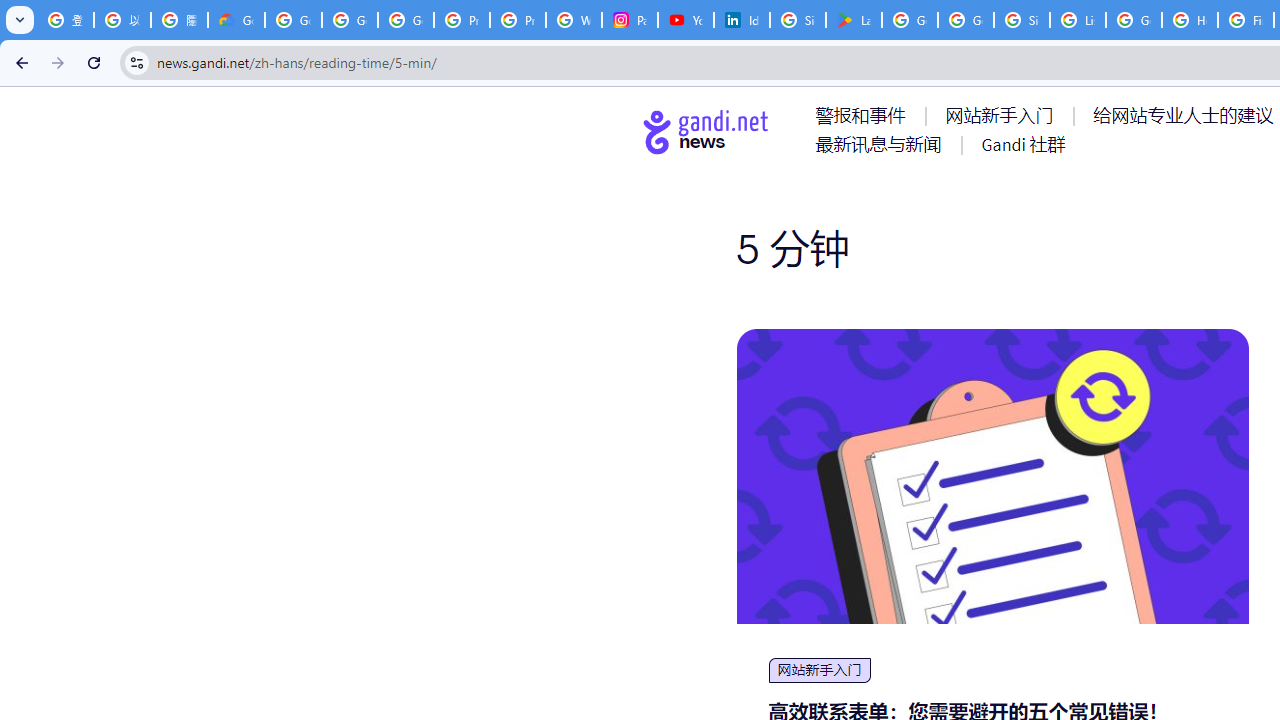 The height and width of the screenshot is (720, 1280). I want to click on 'Google Workspace - Specific Terms', so click(966, 20).